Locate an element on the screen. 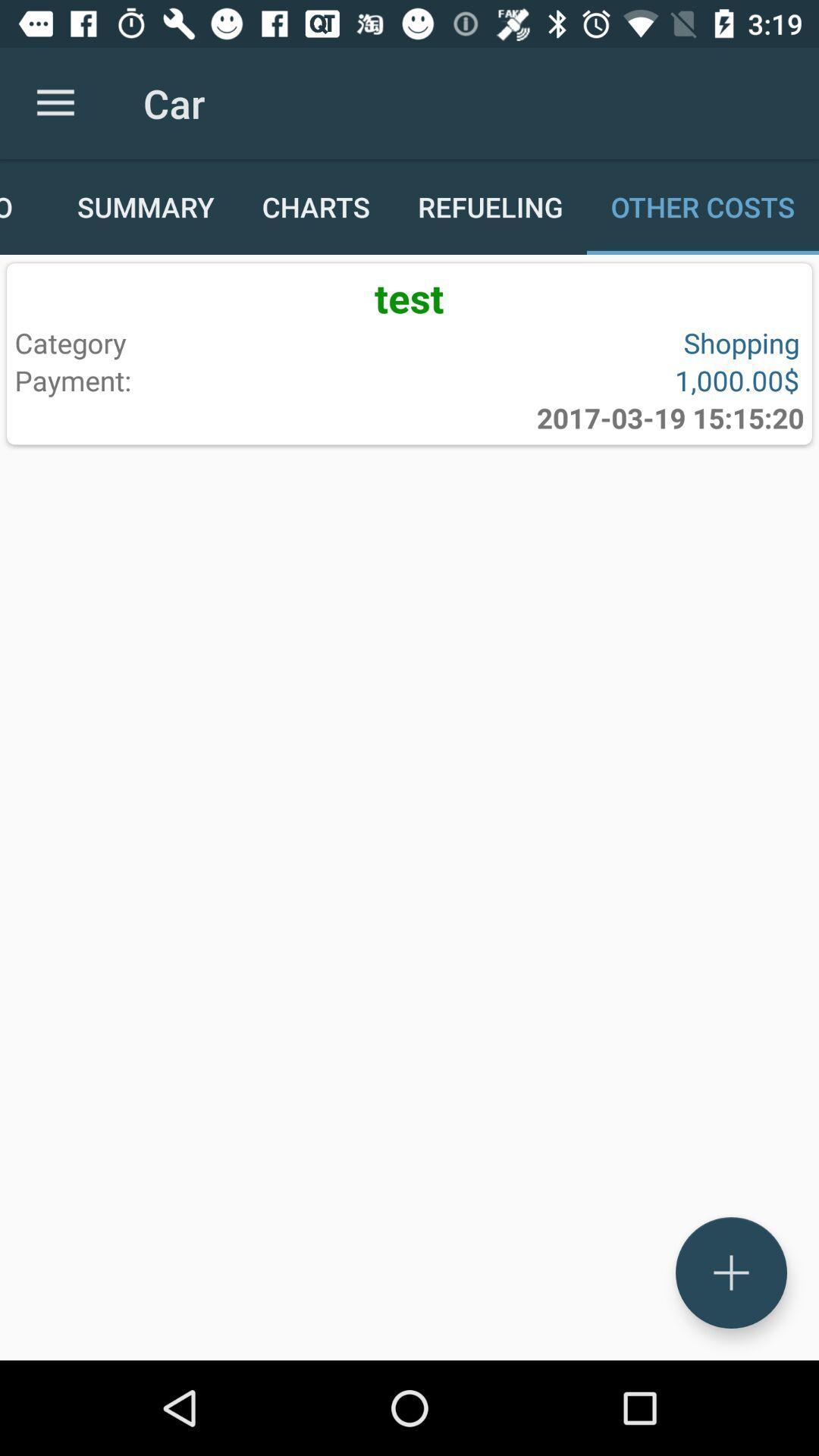  the icon above the 2017 03 19 item is located at coordinates (601, 380).